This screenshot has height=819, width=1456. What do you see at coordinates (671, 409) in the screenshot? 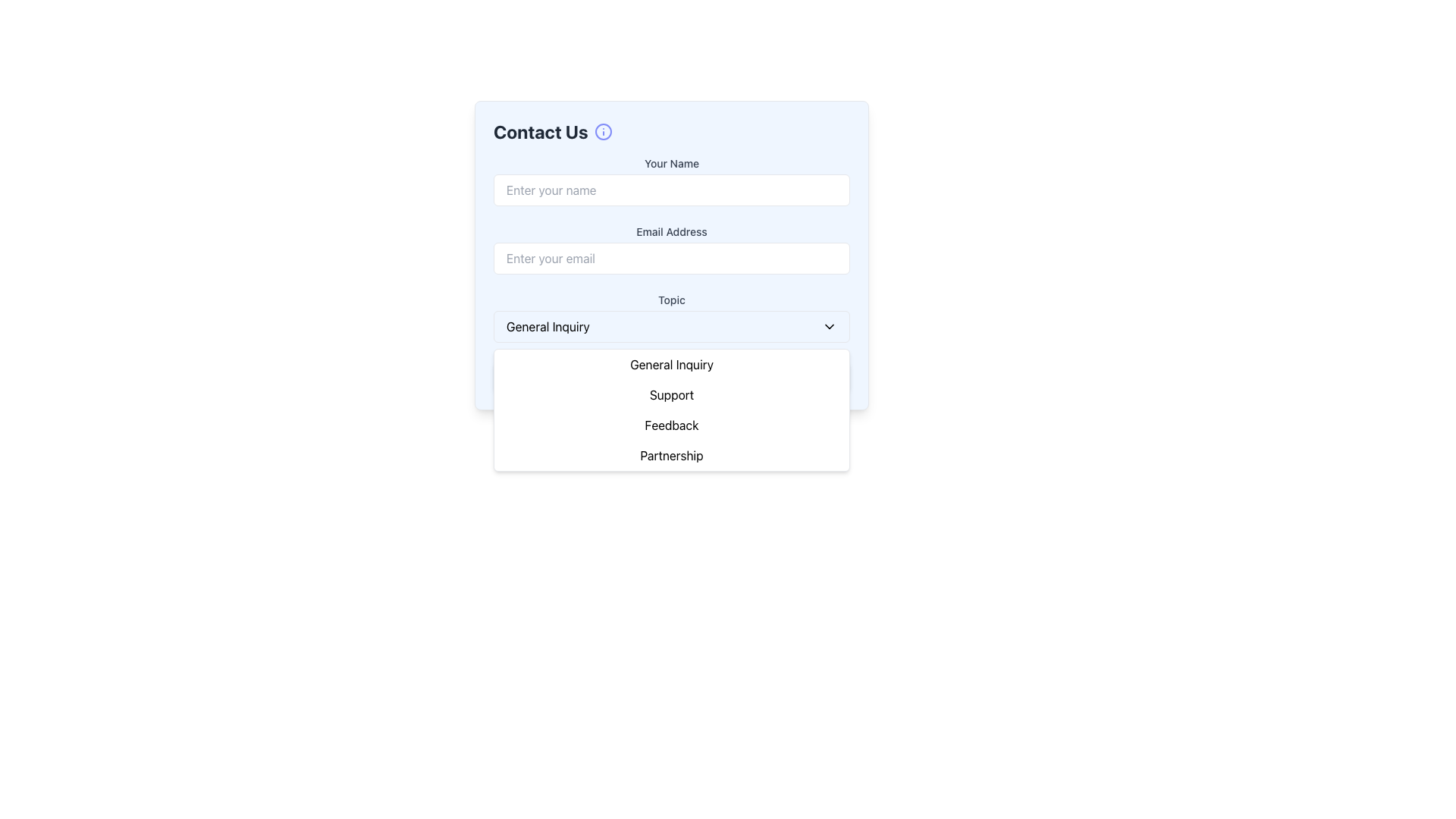
I see `the dropdown menu displaying options such as 'General Inquiry', 'Support', 'Feedback', and 'Partnership', which is located below the 'Topic' input field in the 'Contact Us' form` at bounding box center [671, 409].